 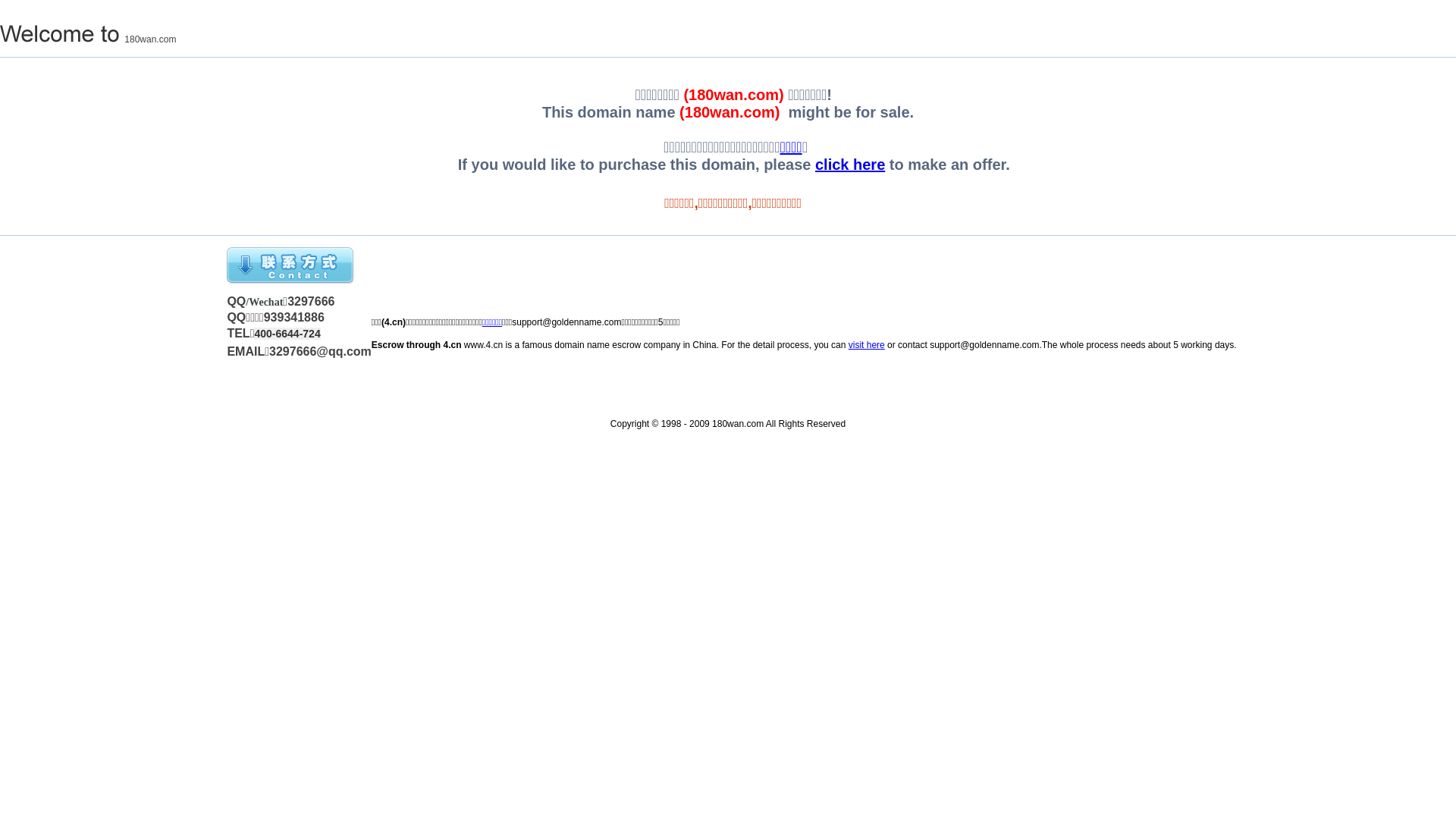 I want to click on 'visit here', so click(x=866, y=345).